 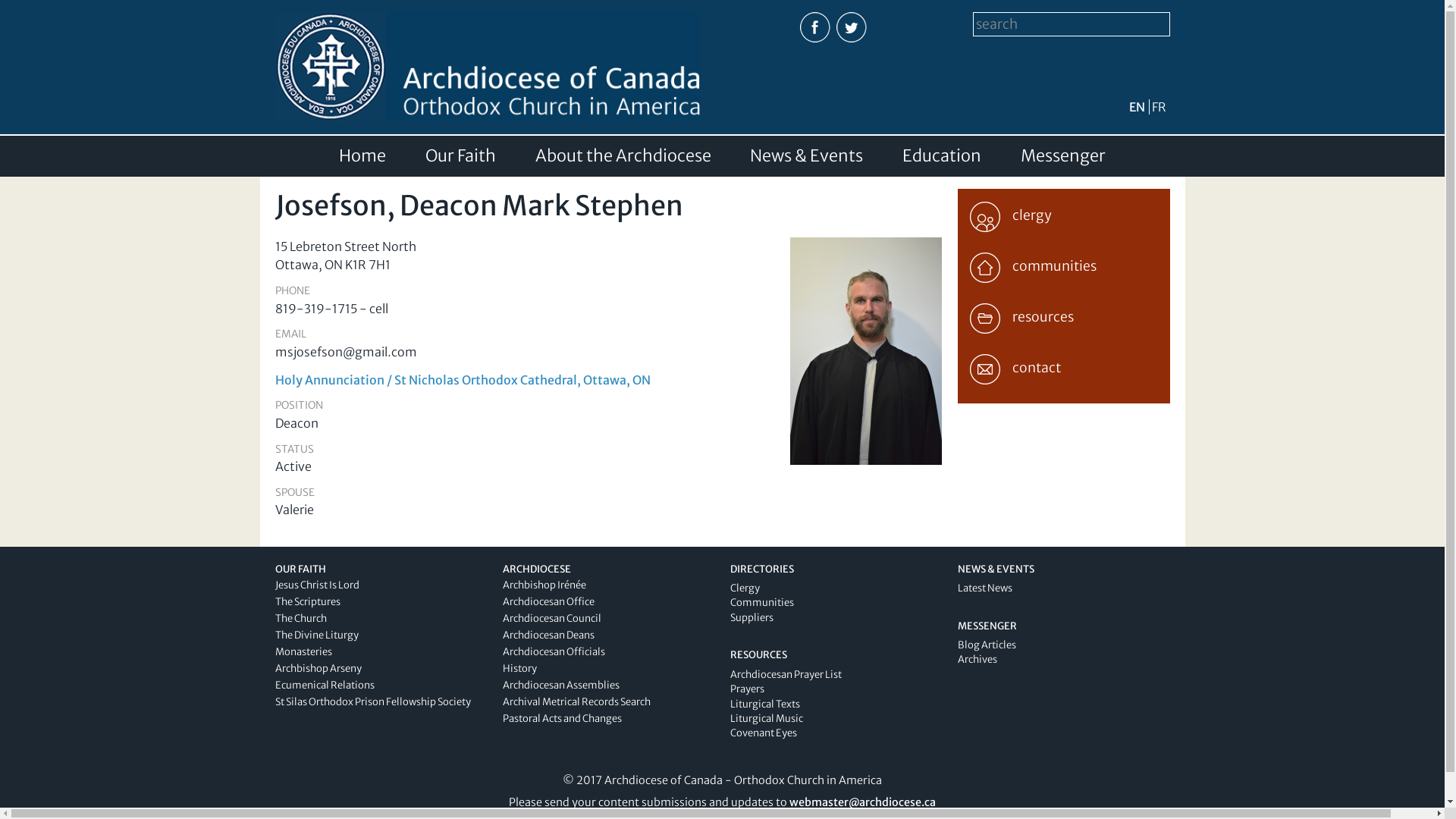 I want to click on 'The Church', so click(x=300, y=618).